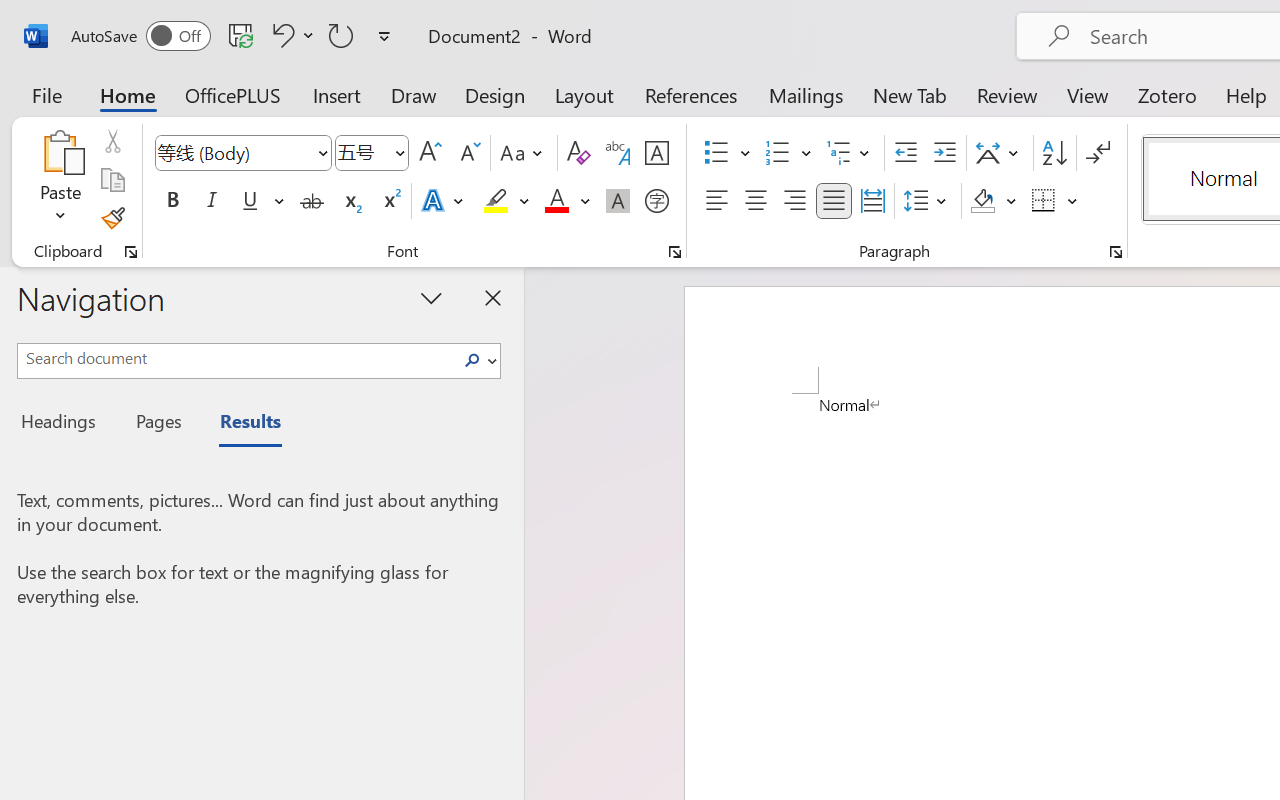  I want to click on 'Layout', so click(583, 94).